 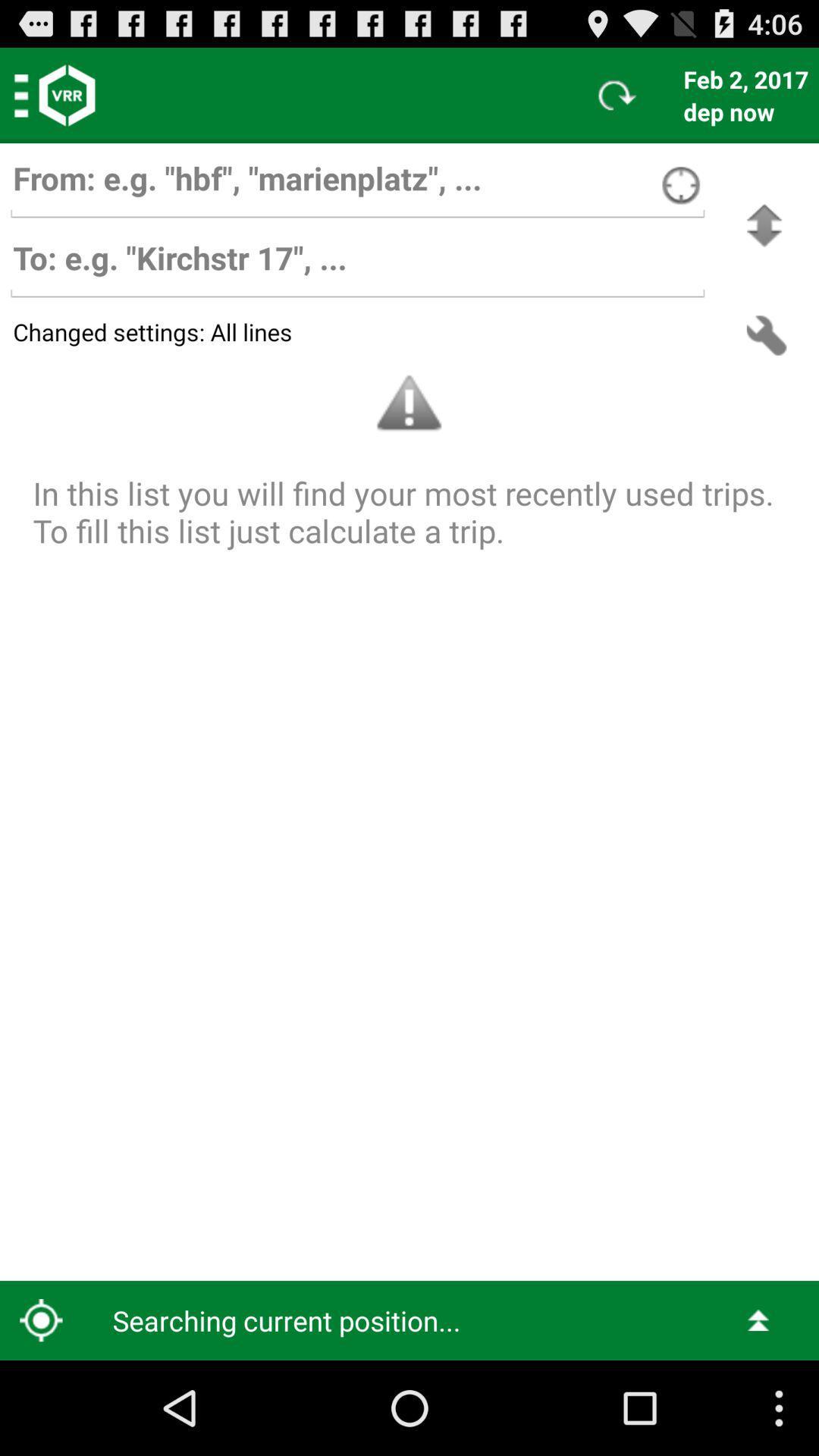 I want to click on bar to set destination, so click(x=357, y=265).